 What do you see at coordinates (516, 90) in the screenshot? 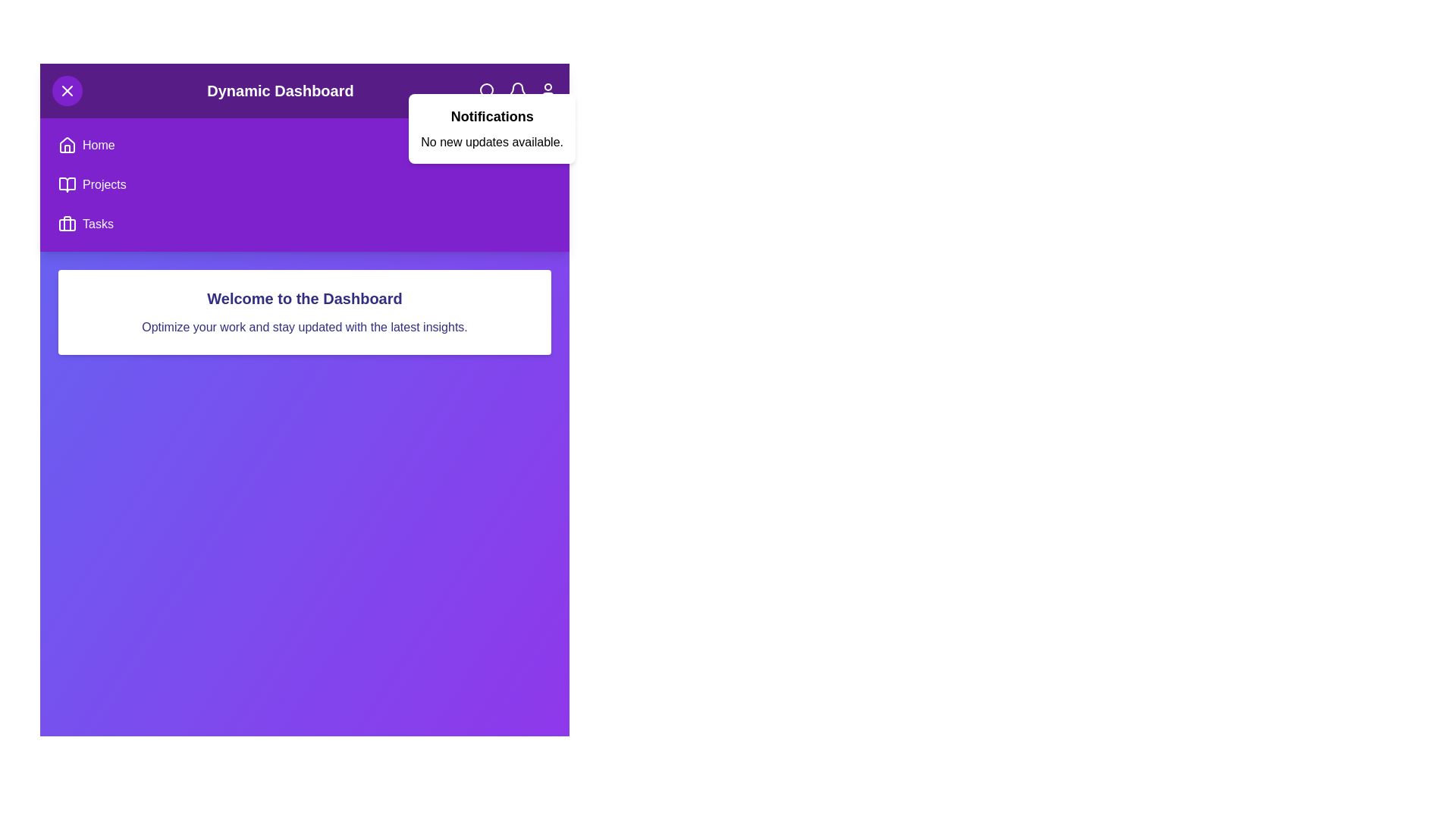
I see `the interactive icon bell` at bounding box center [516, 90].